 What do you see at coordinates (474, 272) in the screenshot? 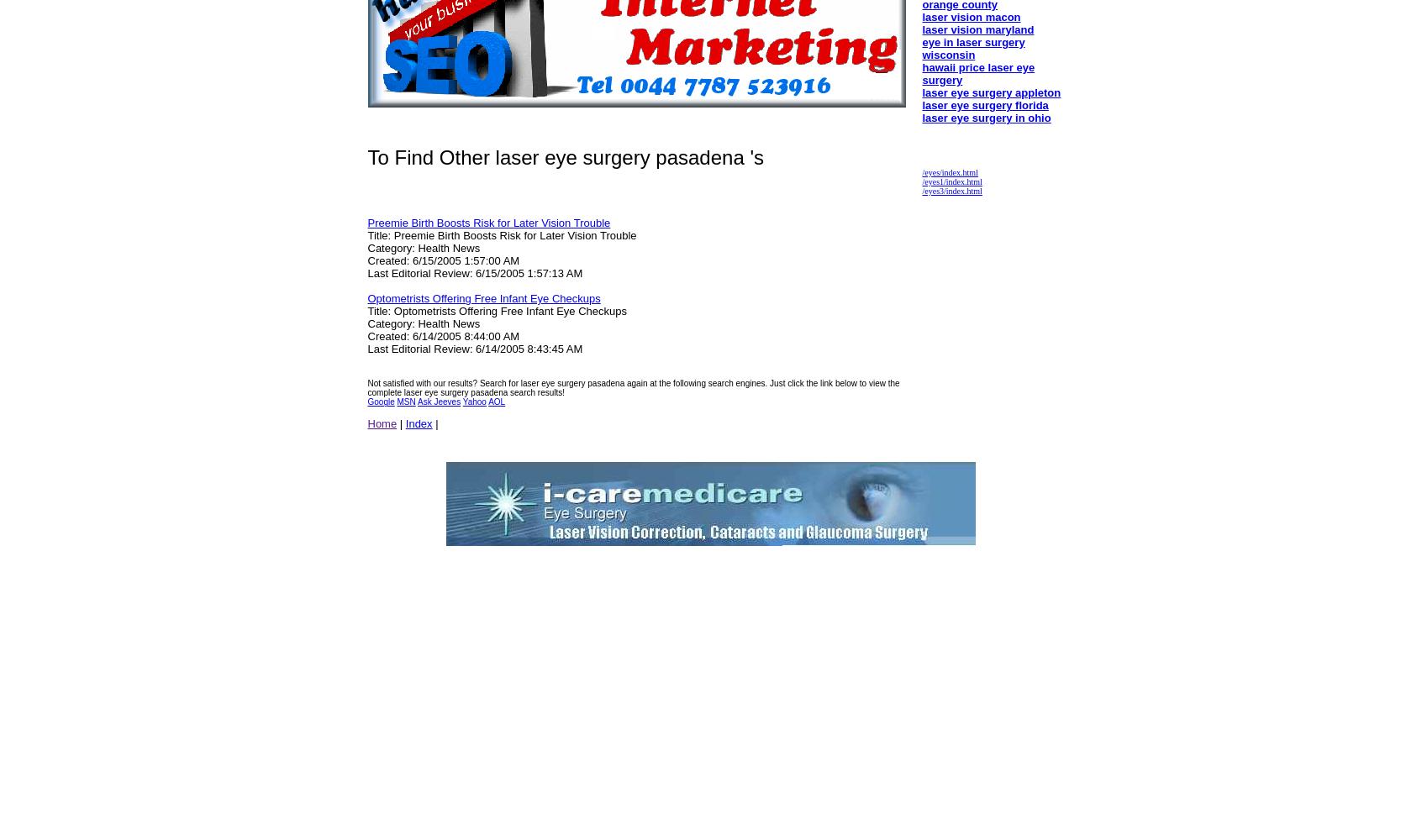
I see `'Last Editorial Review: 6/15/2005 1:57:13 AM'` at bounding box center [474, 272].